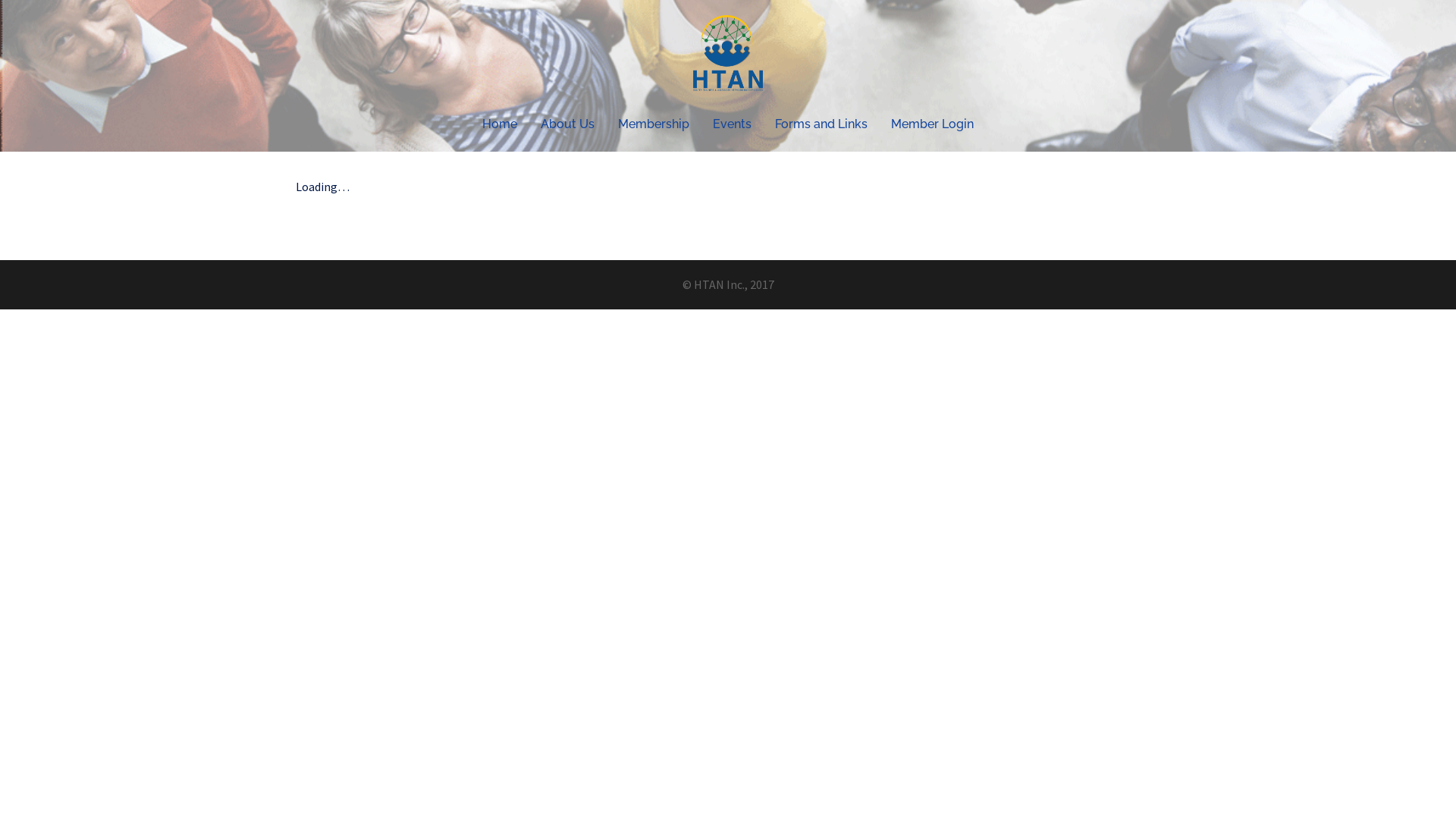  I want to click on 'Membership', so click(654, 123).